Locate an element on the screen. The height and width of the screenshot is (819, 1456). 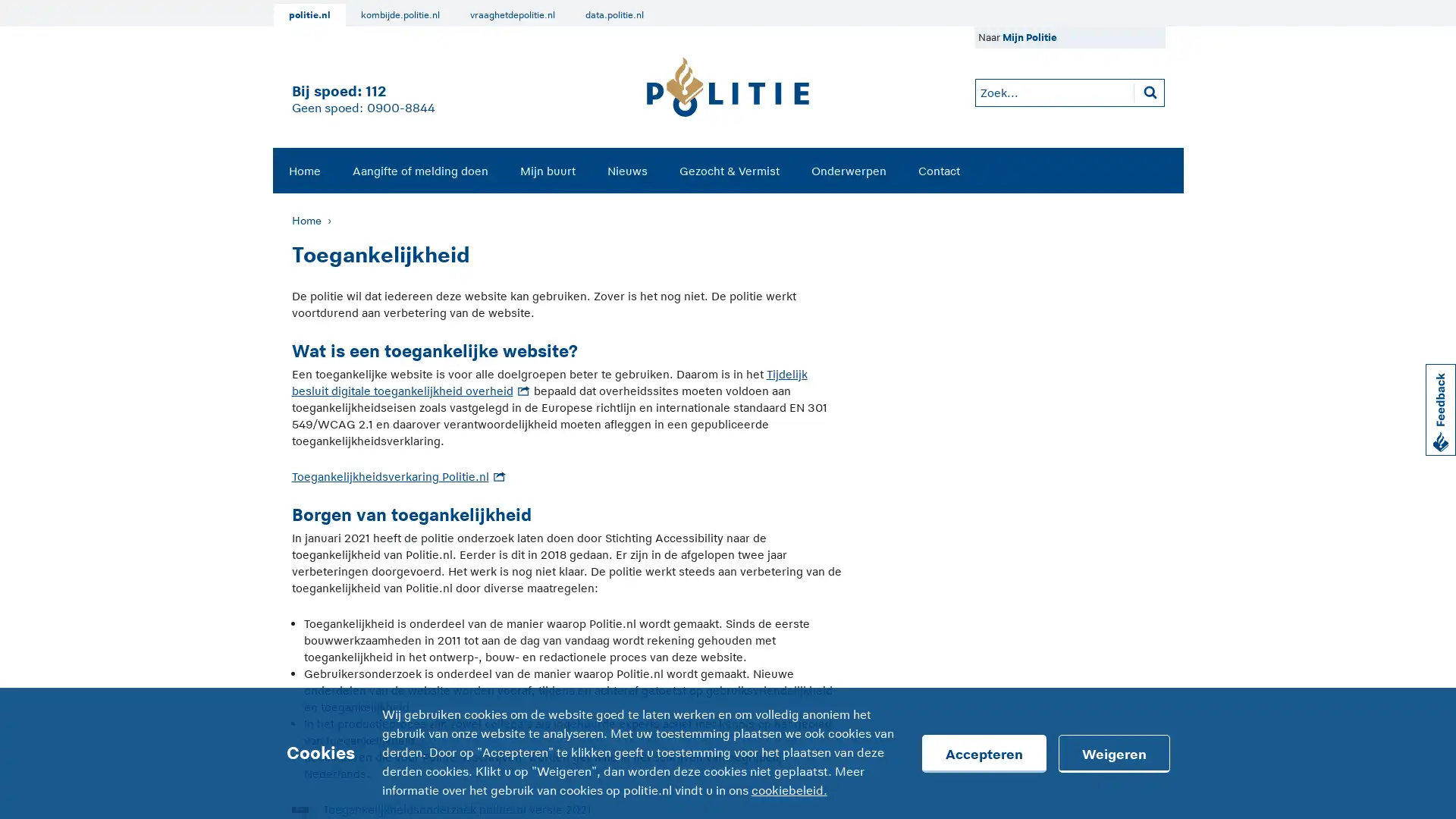
Weigeren is located at coordinates (1113, 752).